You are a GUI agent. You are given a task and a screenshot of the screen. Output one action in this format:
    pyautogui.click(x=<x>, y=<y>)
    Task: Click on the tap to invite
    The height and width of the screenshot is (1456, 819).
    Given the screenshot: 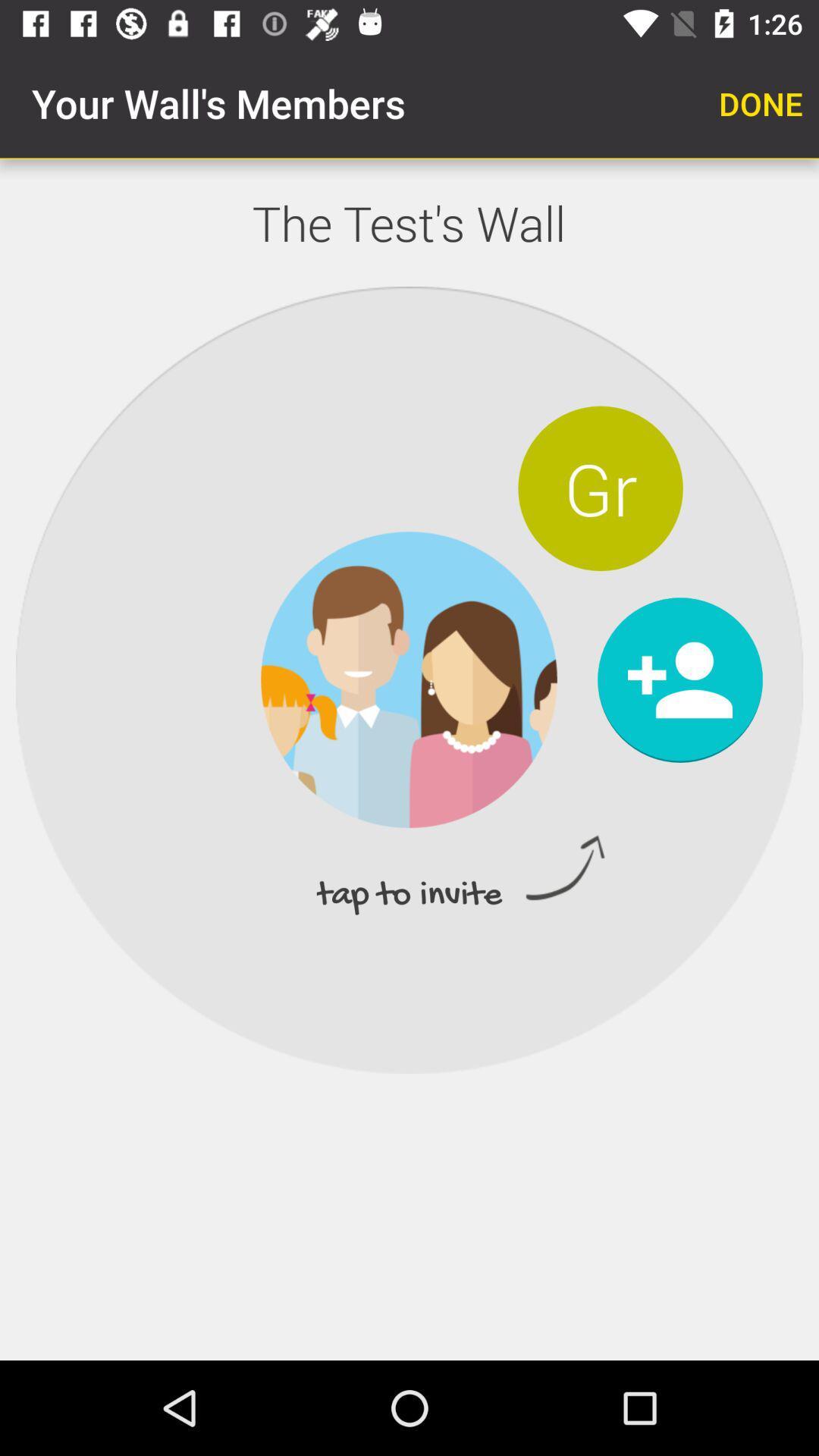 What is the action you would take?
    pyautogui.click(x=679, y=679)
    